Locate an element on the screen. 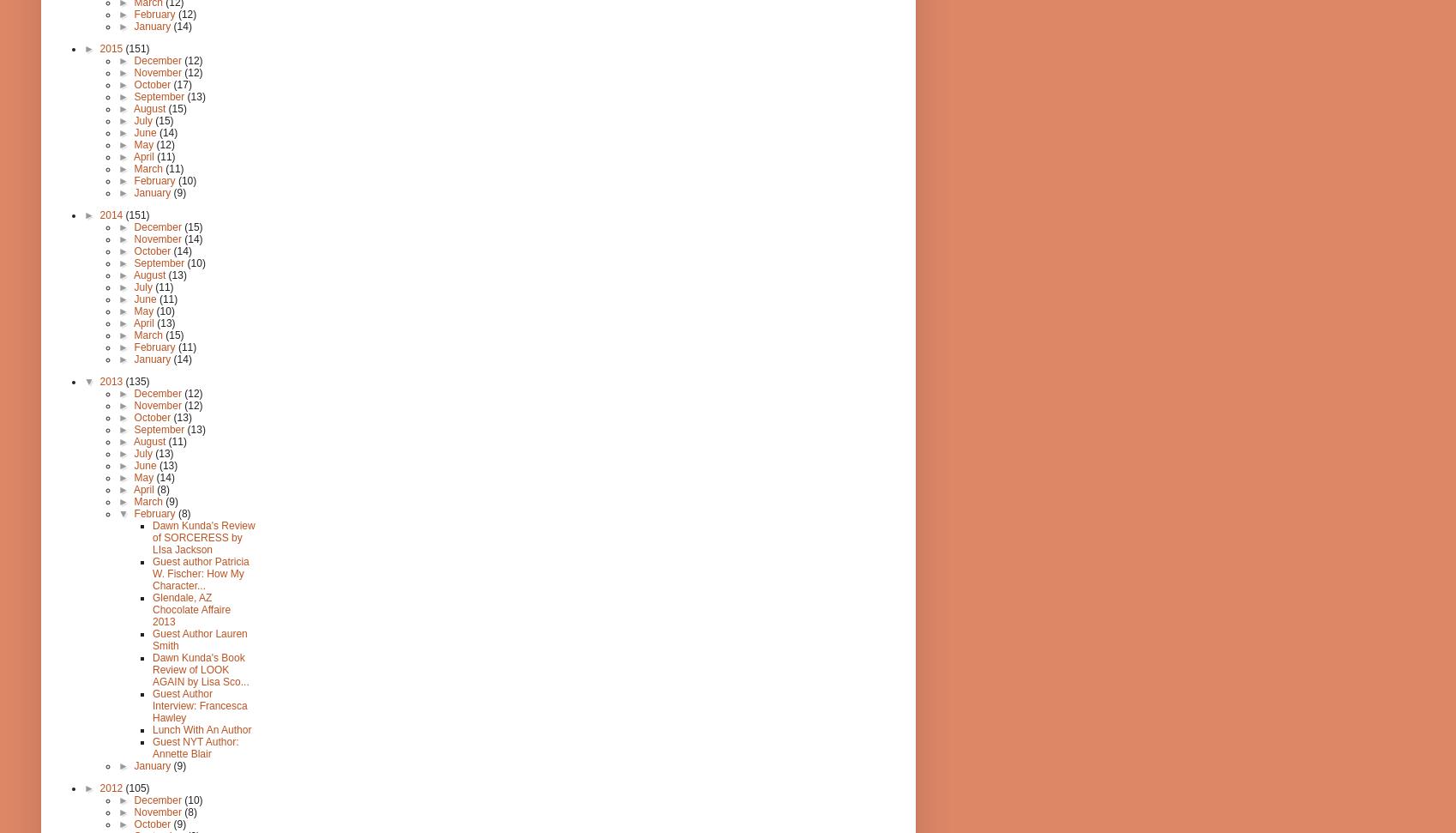 This screenshot has width=1456, height=833. 'Guest author Patricia W. Fischer: How My Character...' is located at coordinates (200, 574).